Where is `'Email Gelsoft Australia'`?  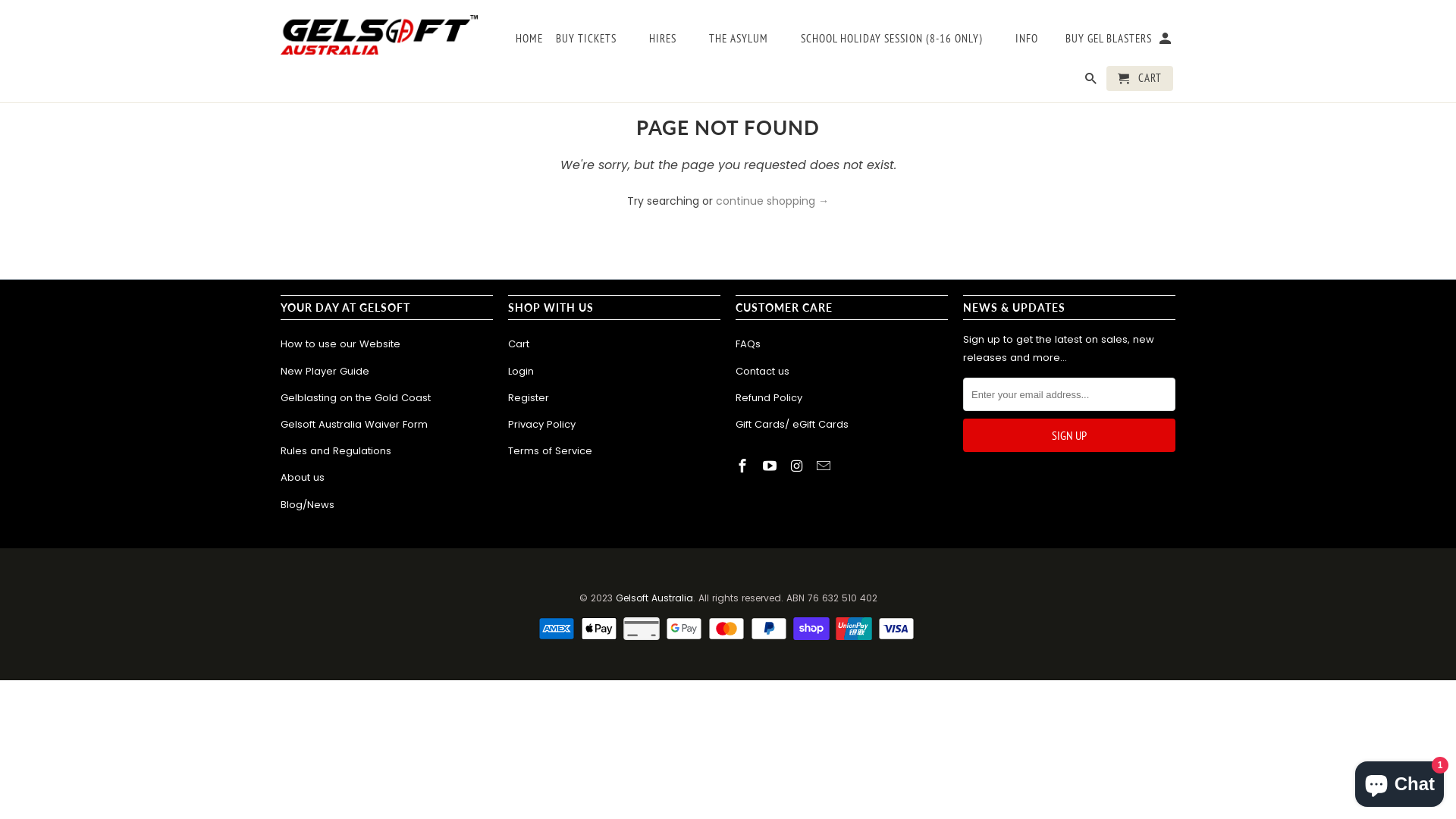
'Email Gelsoft Australia' is located at coordinates (824, 465).